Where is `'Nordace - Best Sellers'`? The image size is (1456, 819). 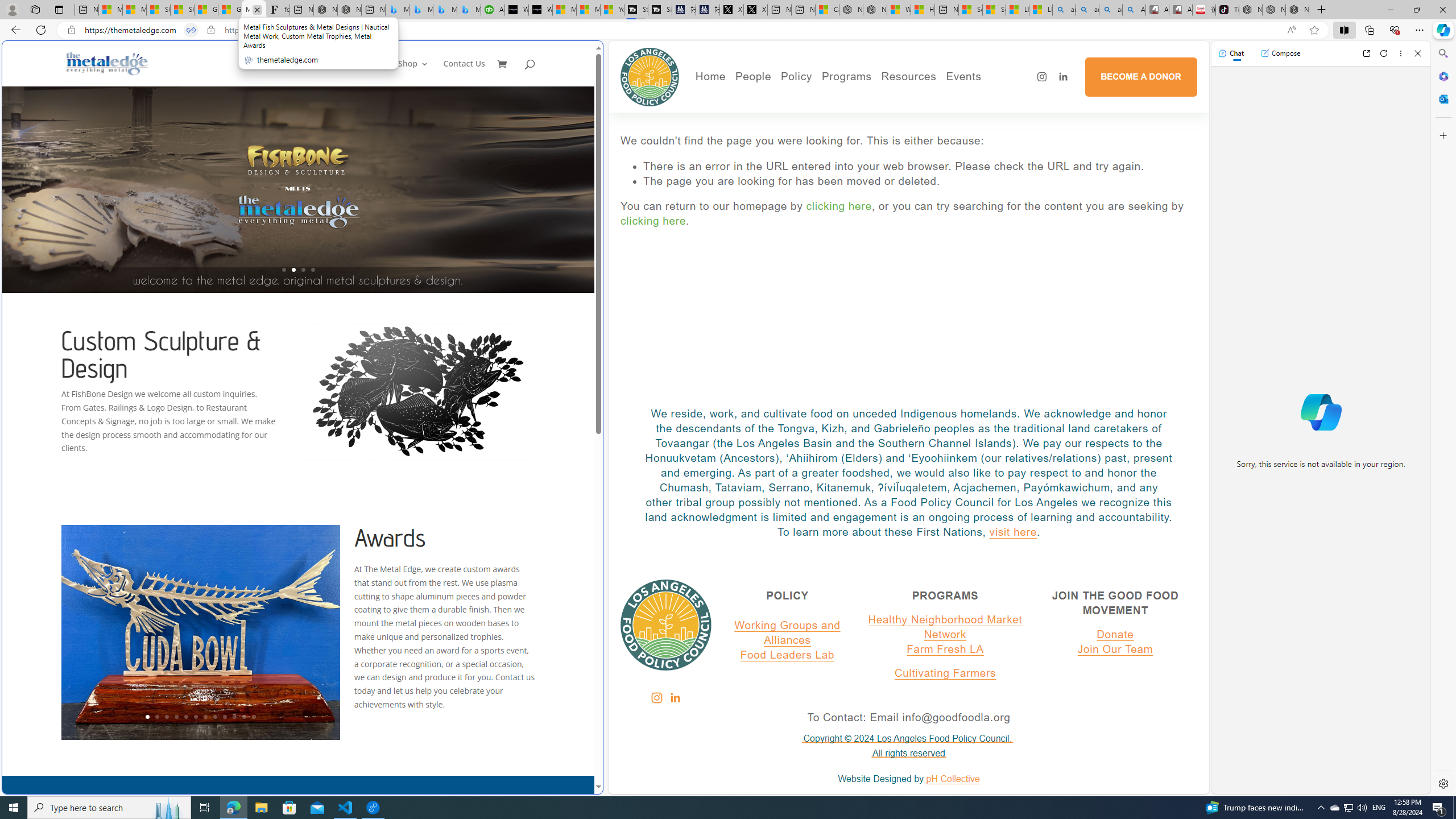
'Nordace - Best Sellers' is located at coordinates (1250, 9).